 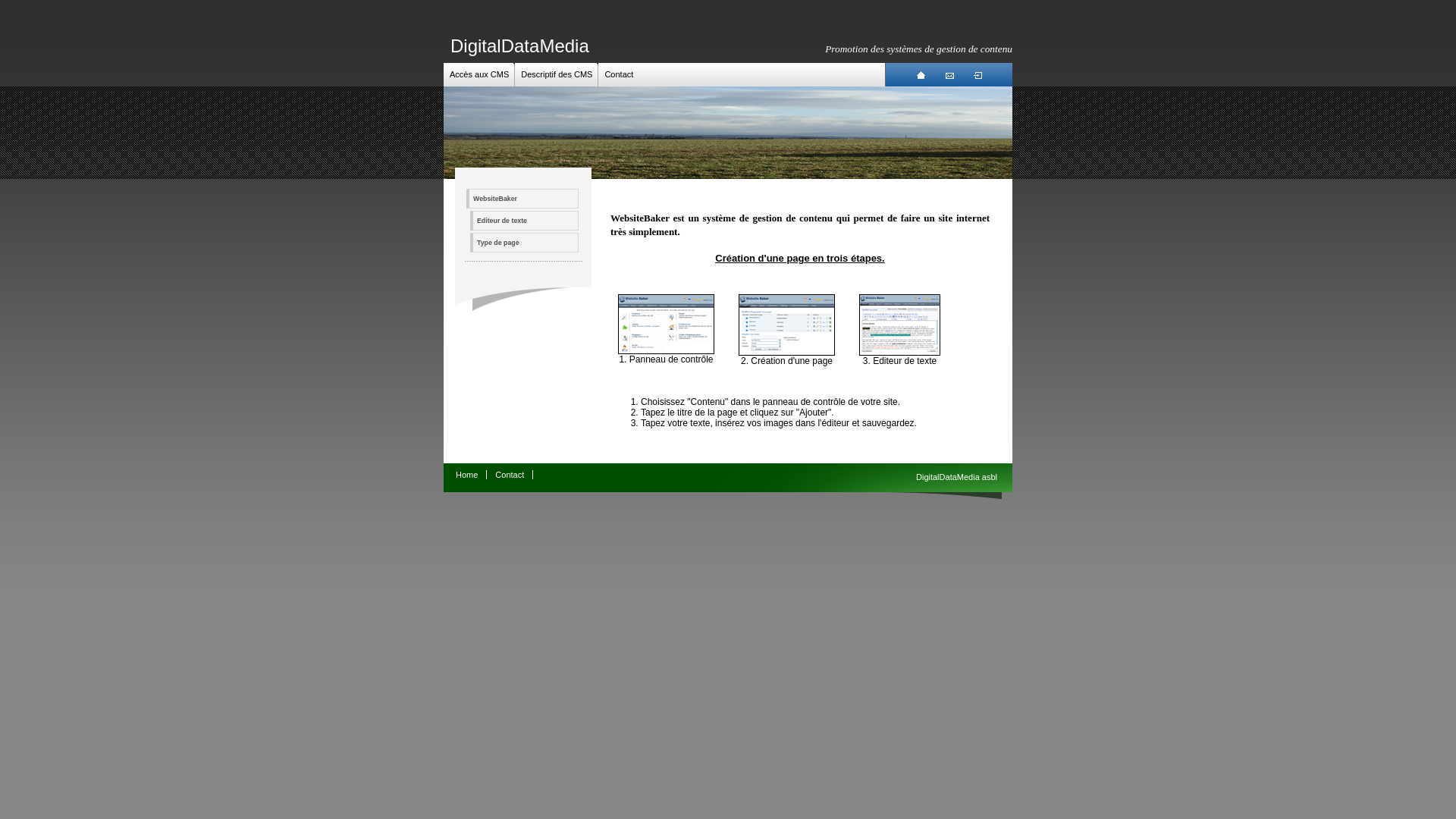 What do you see at coordinates (510, 473) in the screenshot?
I see `'Contact'` at bounding box center [510, 473].